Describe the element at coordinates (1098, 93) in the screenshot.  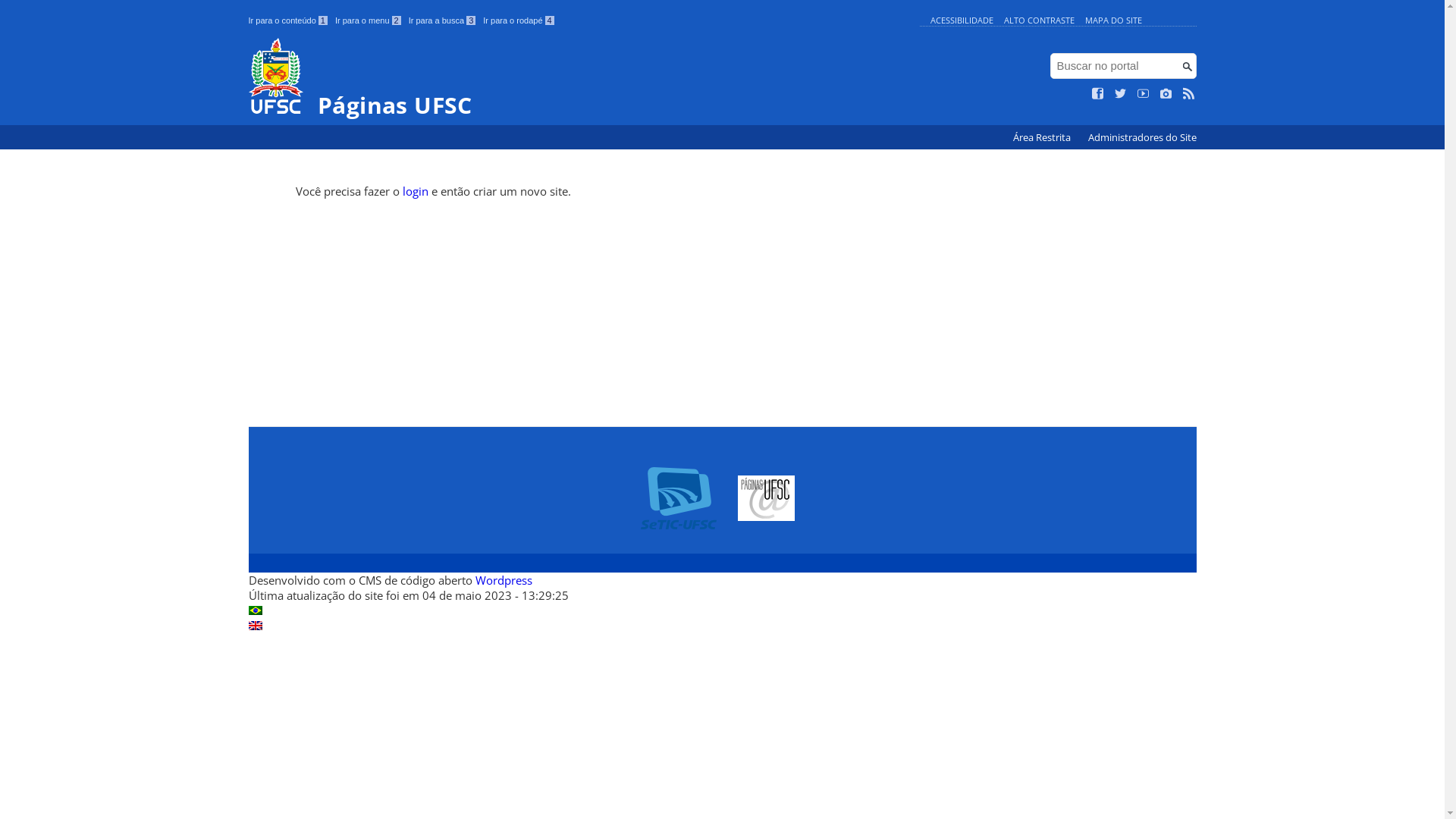
I see `'Curta no Facebook'` at that location.